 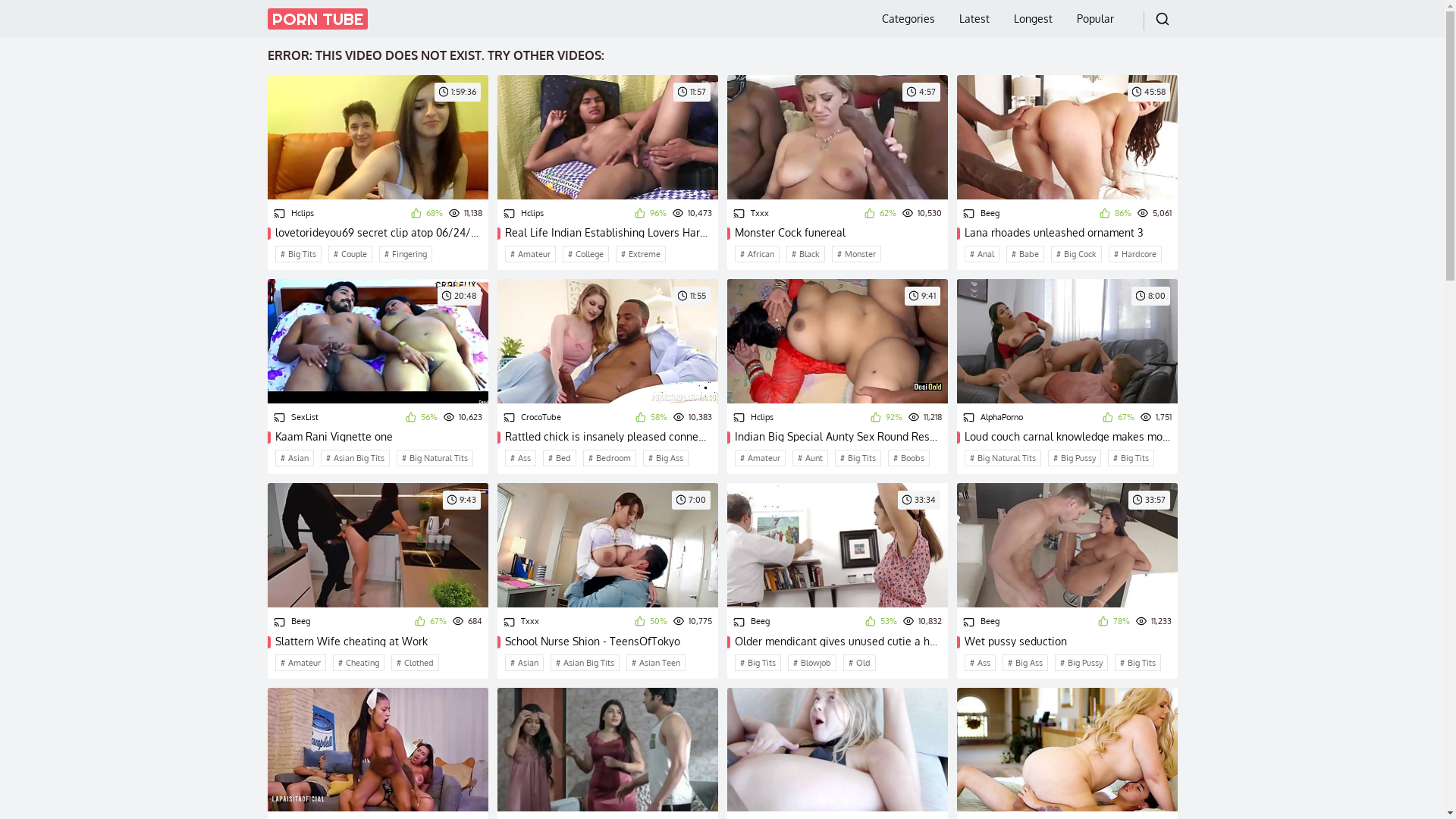 I want to click on 'Hclips', so click(x=293, y=213).